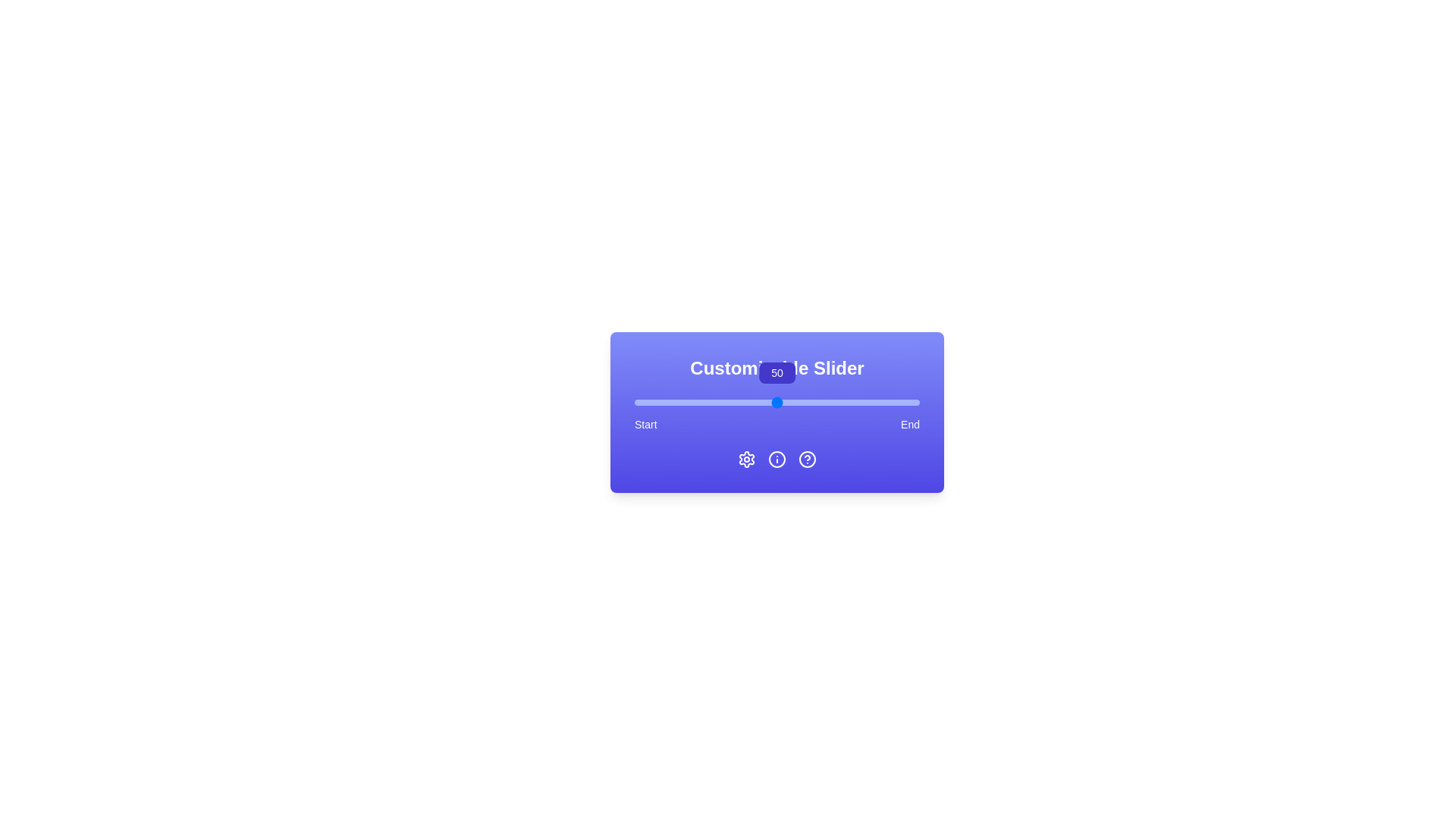 This screenshot has height=819, width=1456. Describe the element at coordinates (896, 402) in the screenshot. I see `the slider to set the value to 92` at that location.